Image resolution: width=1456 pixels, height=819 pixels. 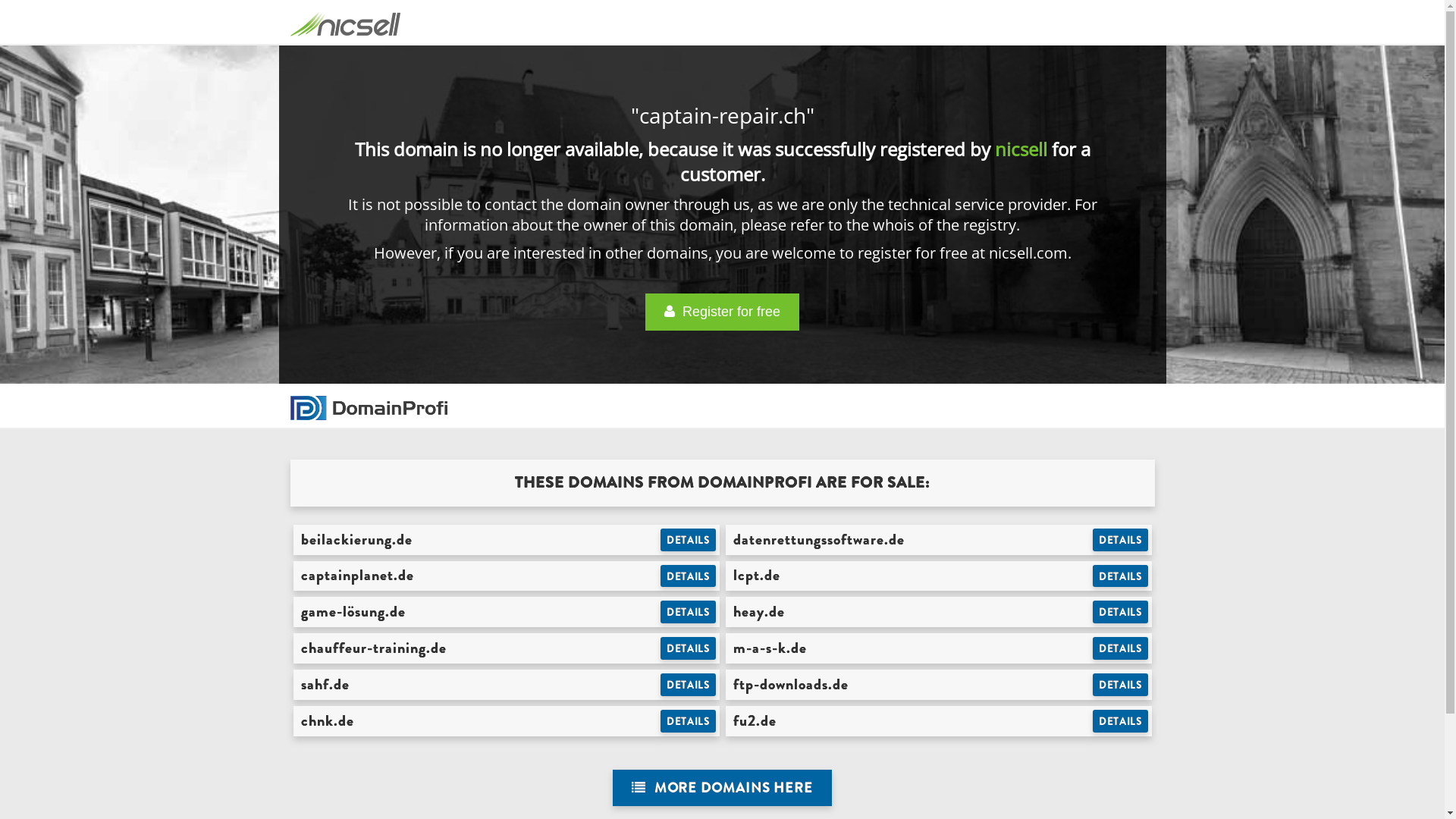 I want to click on 'DETAILS', so click(x=1120, y=684).